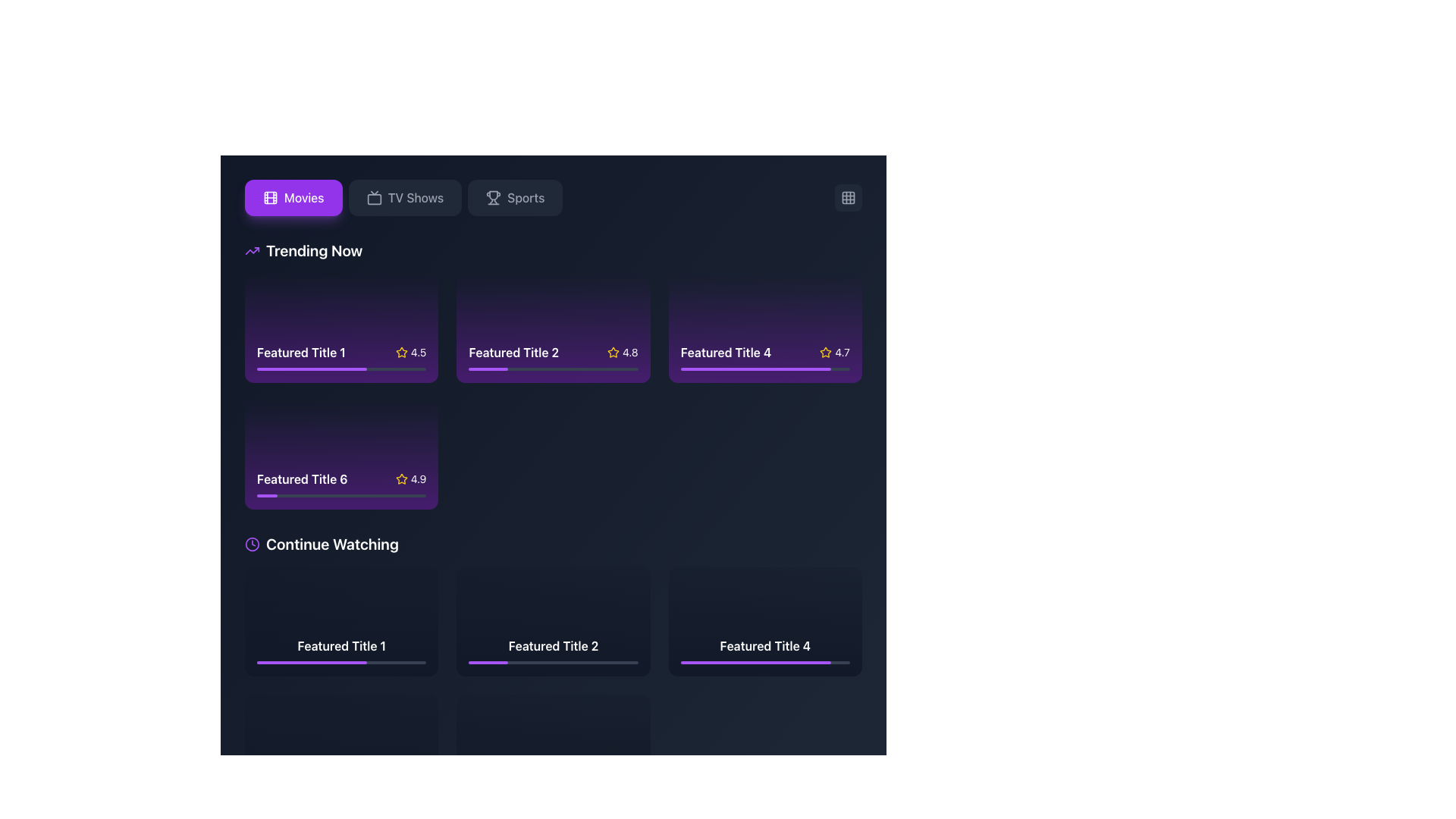 Image resolution: width=1456 pixels, height=819 pixels. What do you see at coordinates (403, 197) in the screenshot?
I see `the navigation button that switches to 'TV Shows', located between the 'Movies' button (highlighted in purple) and the 'Sports' button` at bounding box center [403, 197].